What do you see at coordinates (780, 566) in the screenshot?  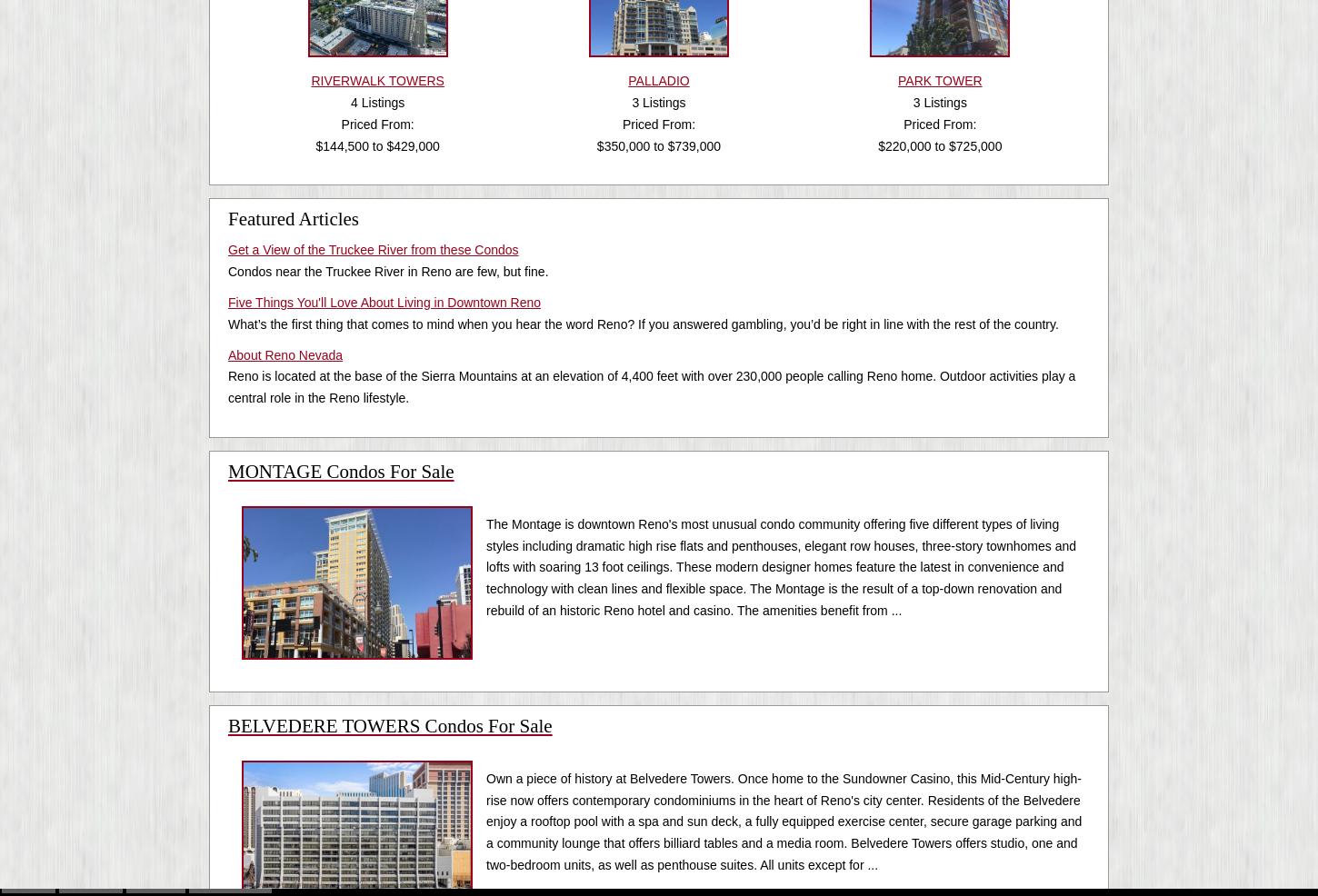 I see `'The Montage is downtown Reno's most unusual condo community offering five different types of living styles including dramatic high rise flats and penthouses, elegant row houses, three-story townhomes and lofts with soaring 13 foot ceilings. These modern designer homes feature the latest in convenience and technology with clean lines and flexible space.

The Montage is the result of a top-down renovation and rebuild of an historic Reno hotel and casino. The amenities benefit from ...'` at bounding box center [780, 566].